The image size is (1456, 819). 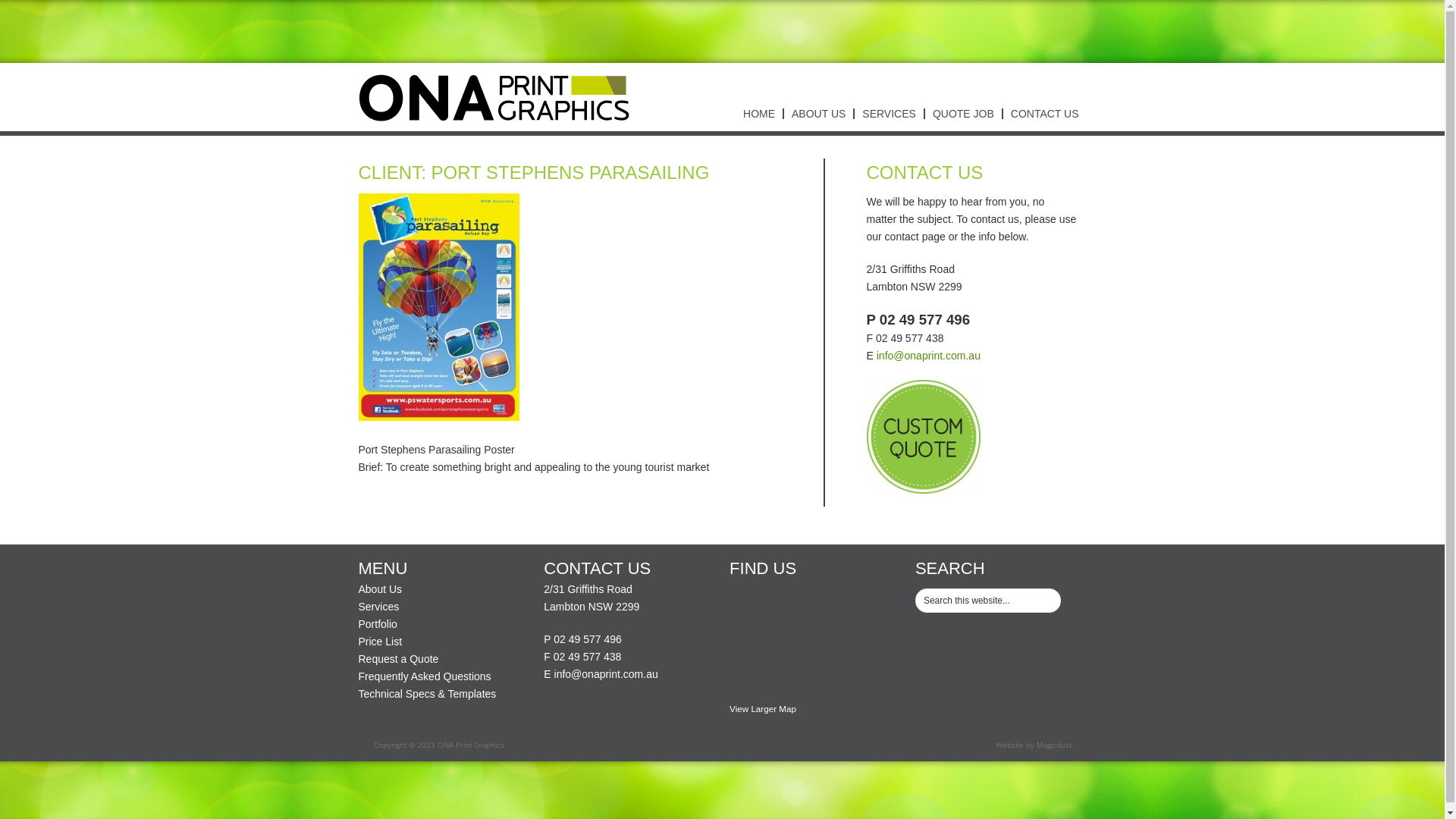 I want to click on 'About Us', so click(x=379, y=588).